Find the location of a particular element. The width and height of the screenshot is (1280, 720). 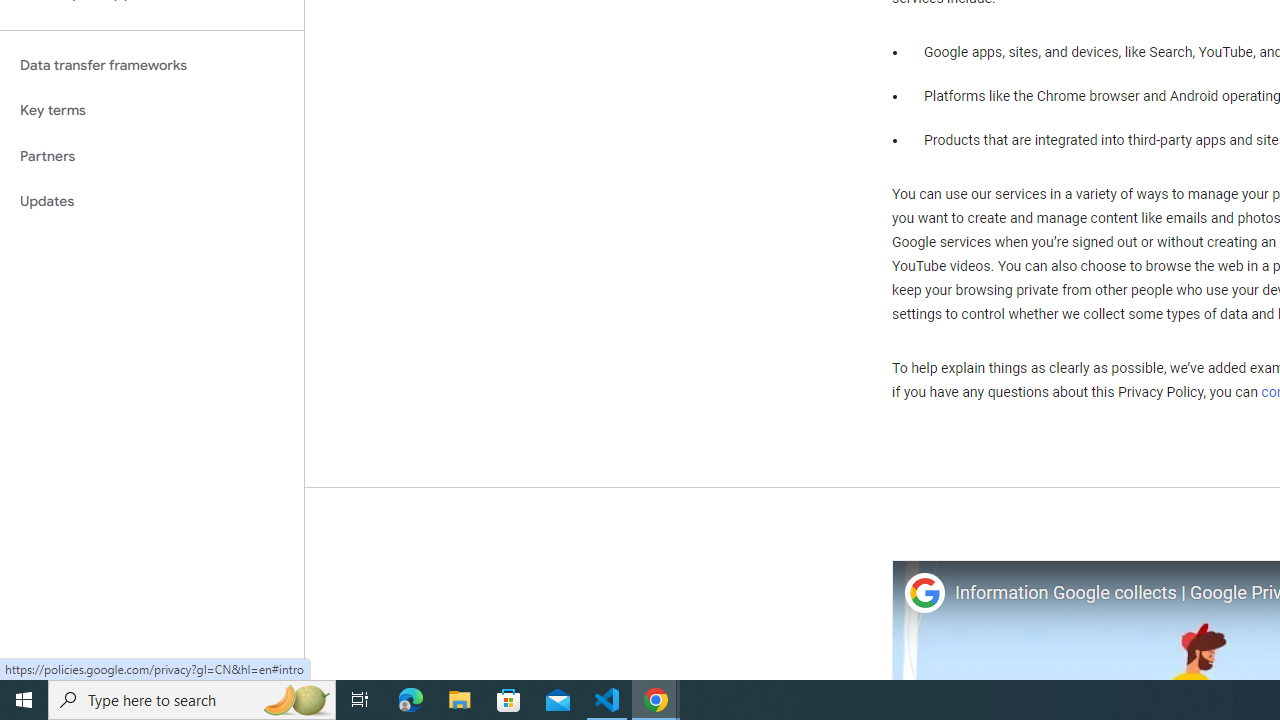

'Partners' is located at coordinates (151, 155).